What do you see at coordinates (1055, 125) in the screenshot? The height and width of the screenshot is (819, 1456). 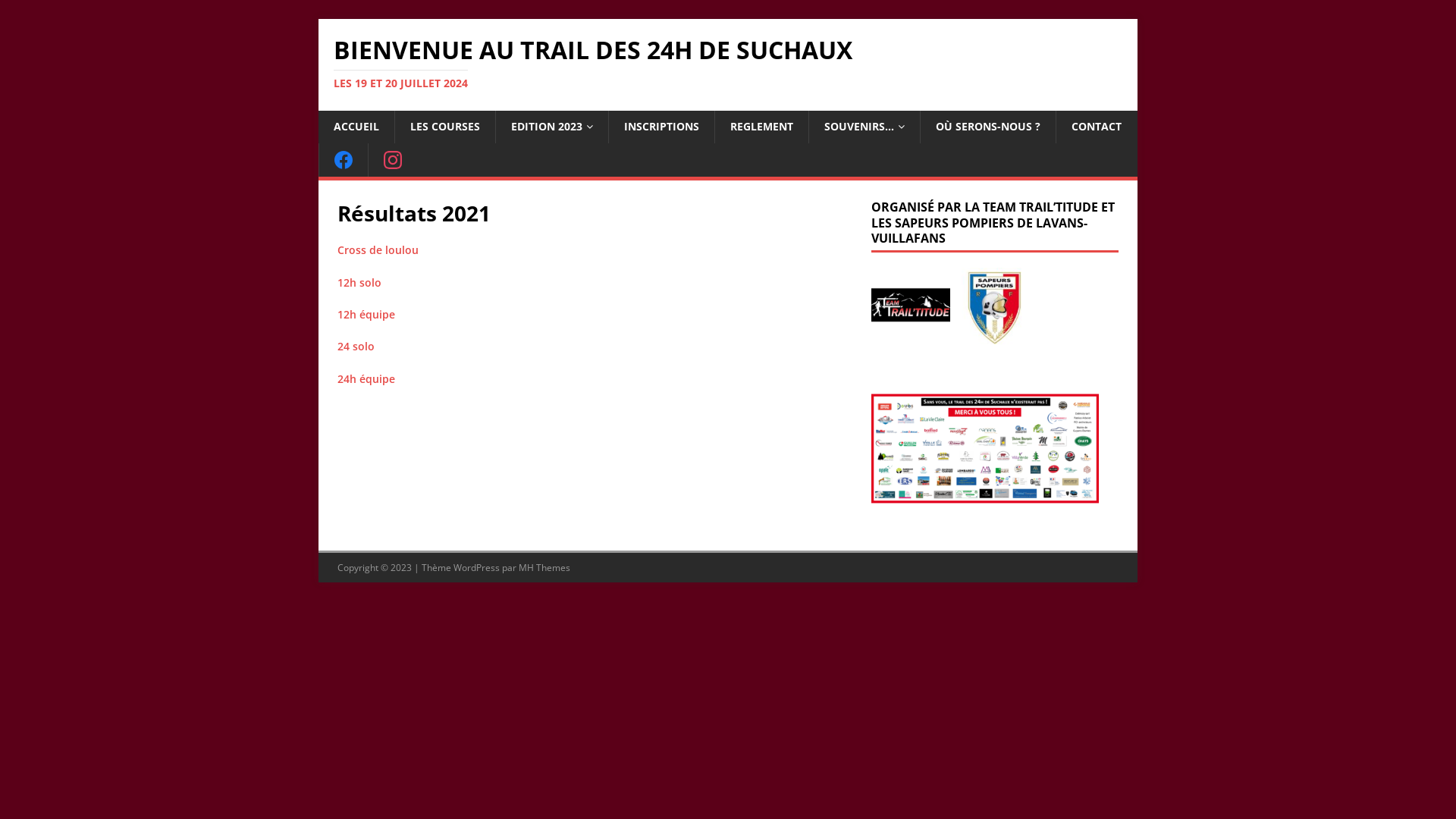 I see `'CONTACT'` at bounding box center [1055, 125].